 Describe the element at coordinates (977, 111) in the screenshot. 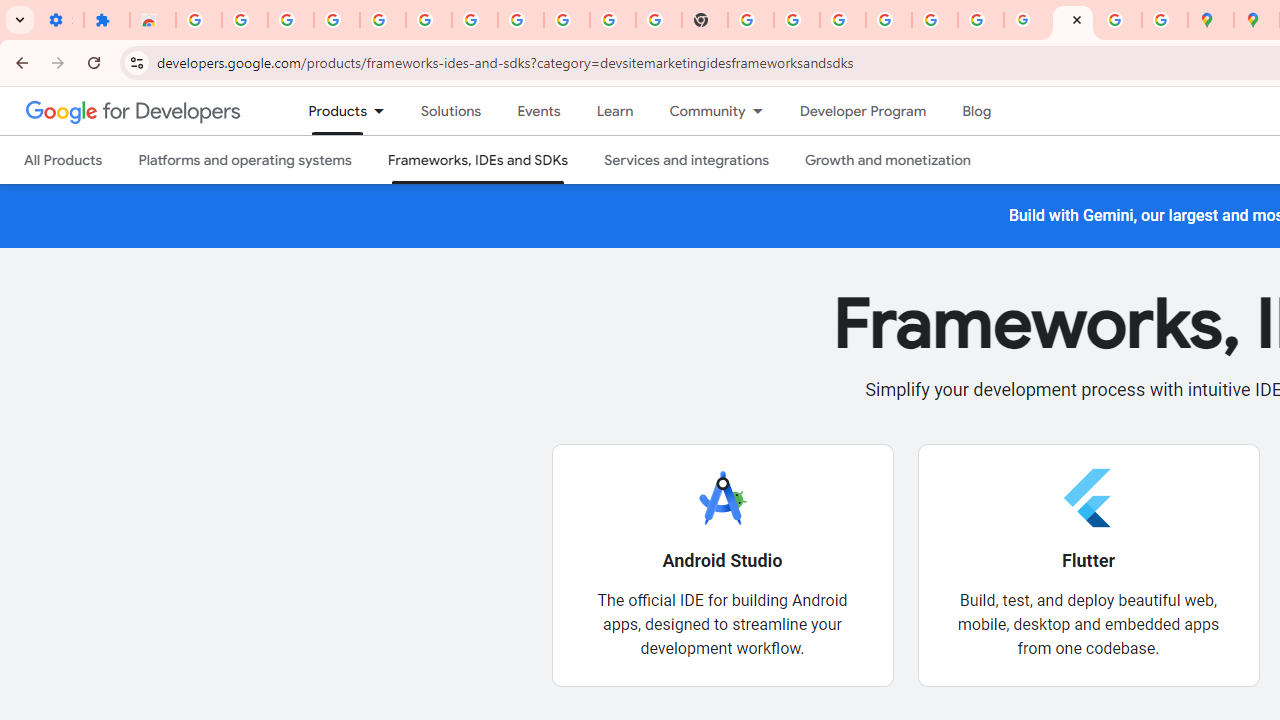

I see `'Blog'` at that location.